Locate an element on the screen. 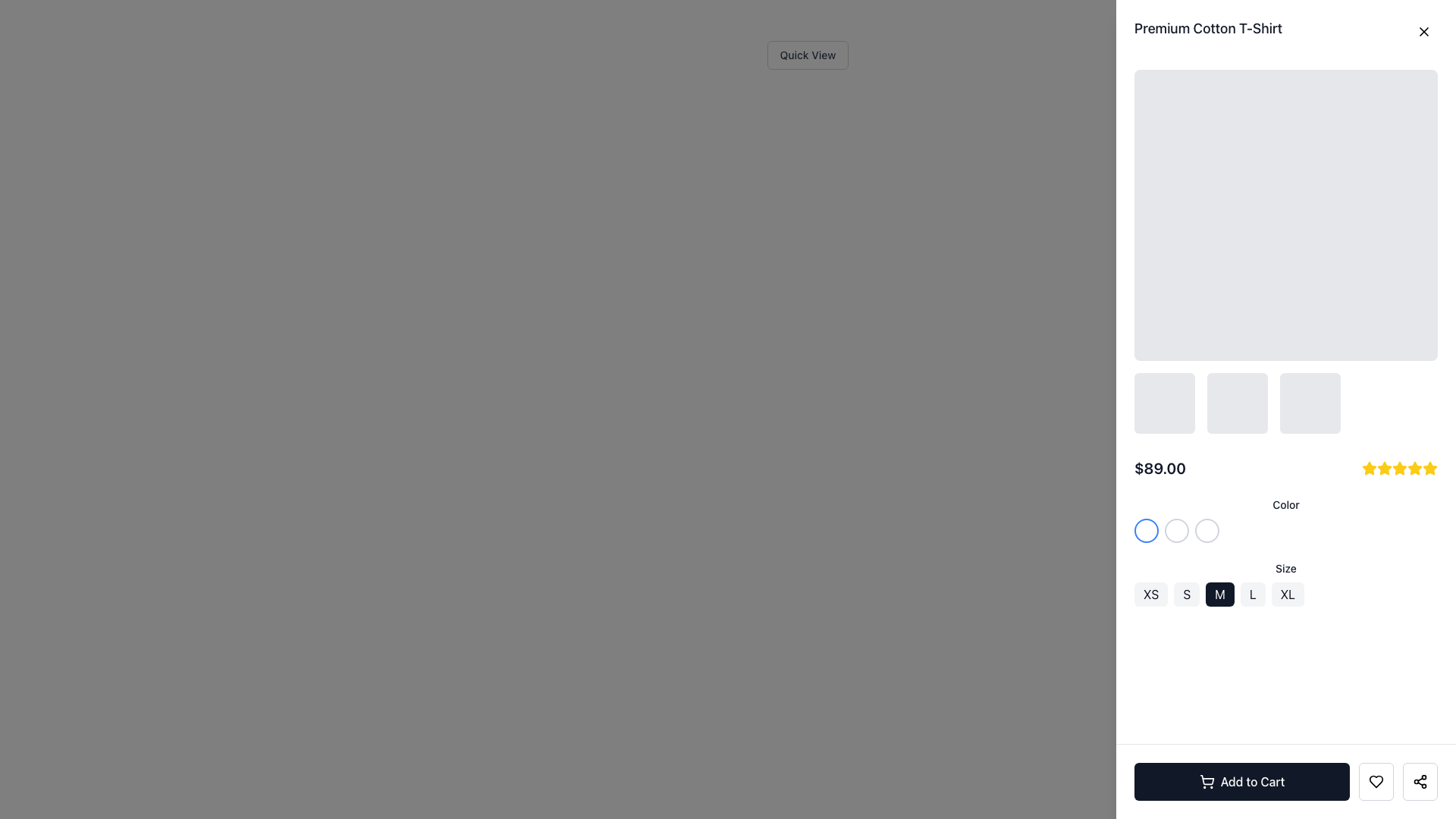 This screenshot has width=1456, height=819. the circular button with a cross ('x') symbol at its center is located at coordinates (1423, 32).